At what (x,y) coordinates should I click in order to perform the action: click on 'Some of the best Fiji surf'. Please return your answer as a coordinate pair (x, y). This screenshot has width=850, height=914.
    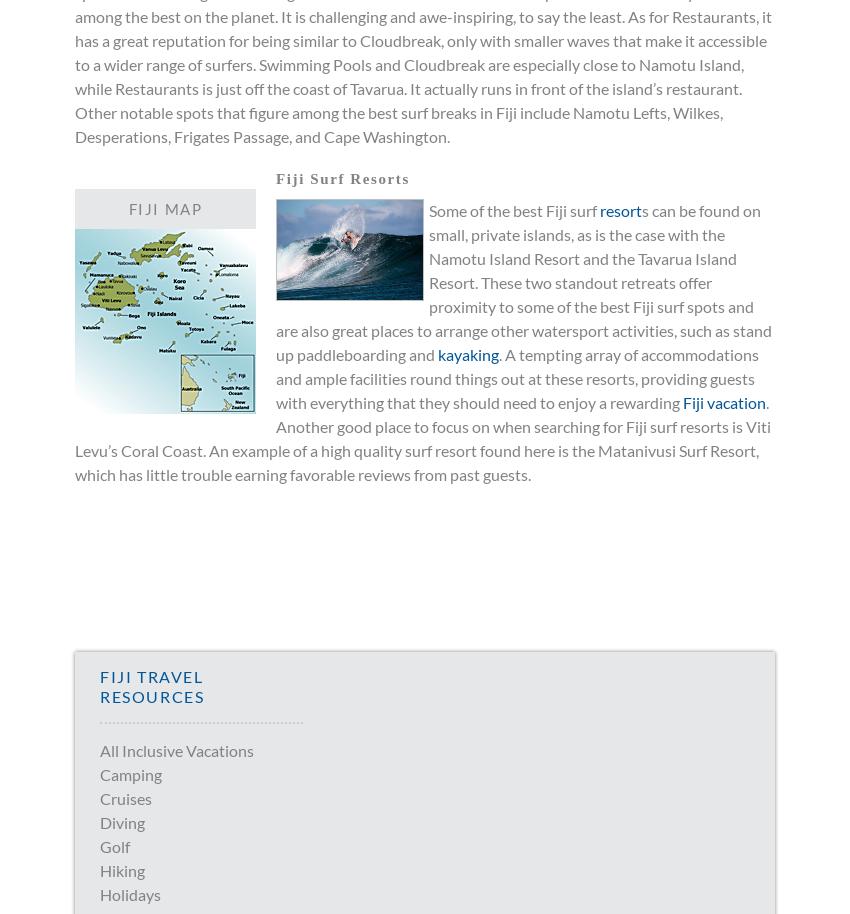
    Looking at the image, I should click on (427, 210).